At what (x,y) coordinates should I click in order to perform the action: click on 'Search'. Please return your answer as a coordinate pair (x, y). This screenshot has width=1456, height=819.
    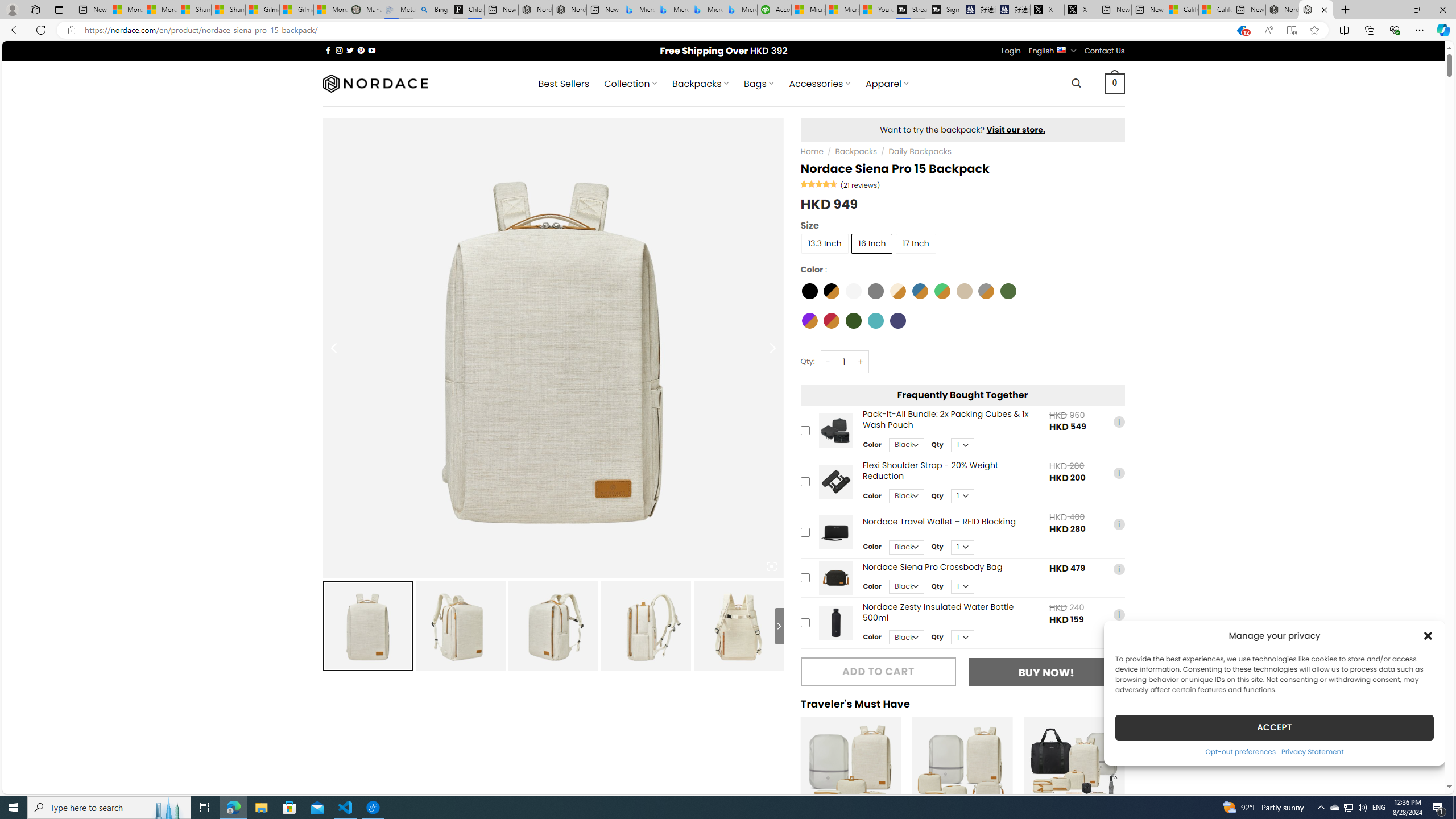
    Looking at the image, I should click on (1076, 82).